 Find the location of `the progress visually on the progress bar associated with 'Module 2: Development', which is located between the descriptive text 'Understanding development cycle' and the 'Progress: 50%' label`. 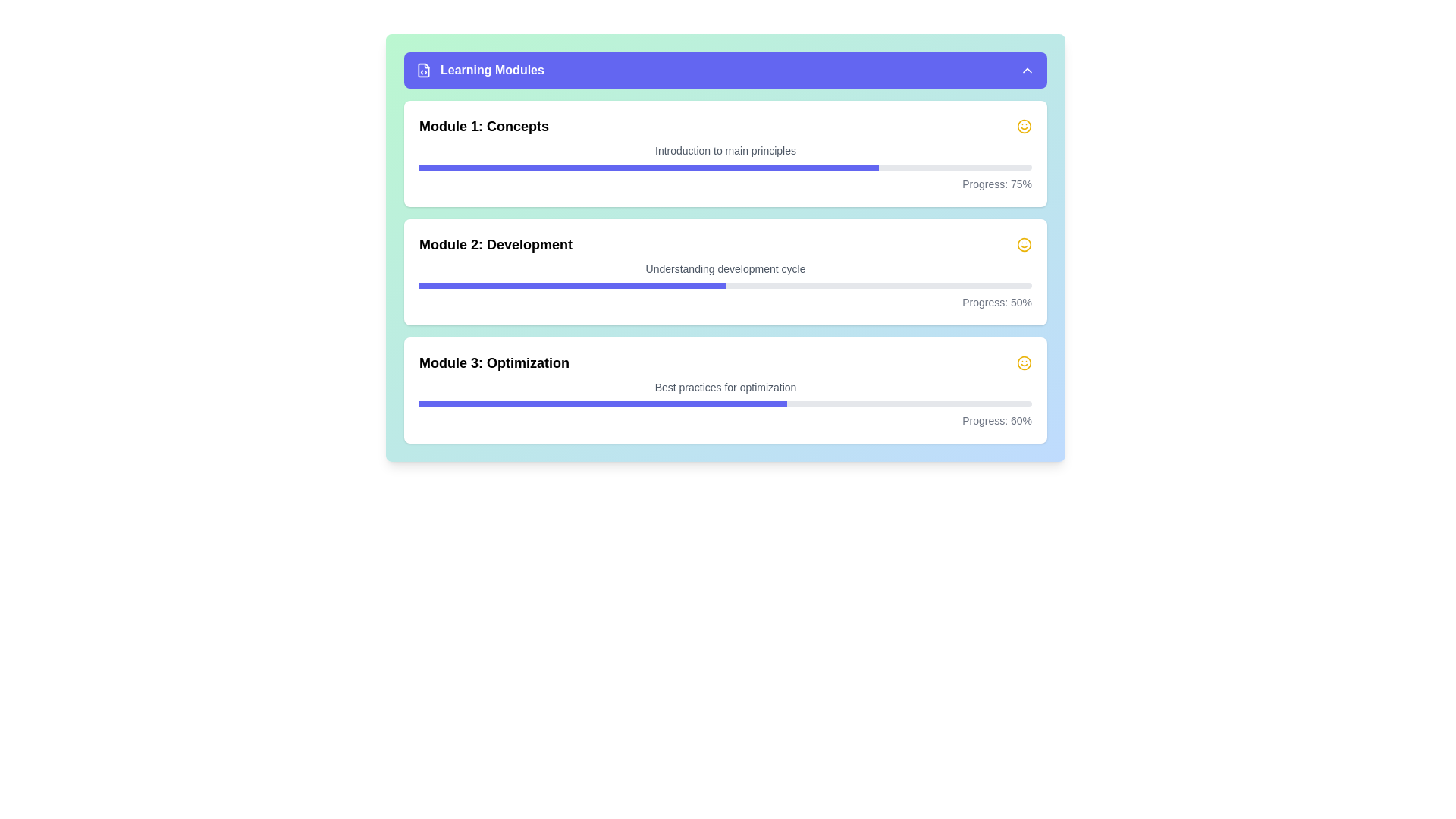

the progress visually on the progress bar associated with 'Module 2: Development', which is located between the descriptive text 'Understanding development cycle' and the 'Progress: 50%' label is located at coordinates (724, 286).